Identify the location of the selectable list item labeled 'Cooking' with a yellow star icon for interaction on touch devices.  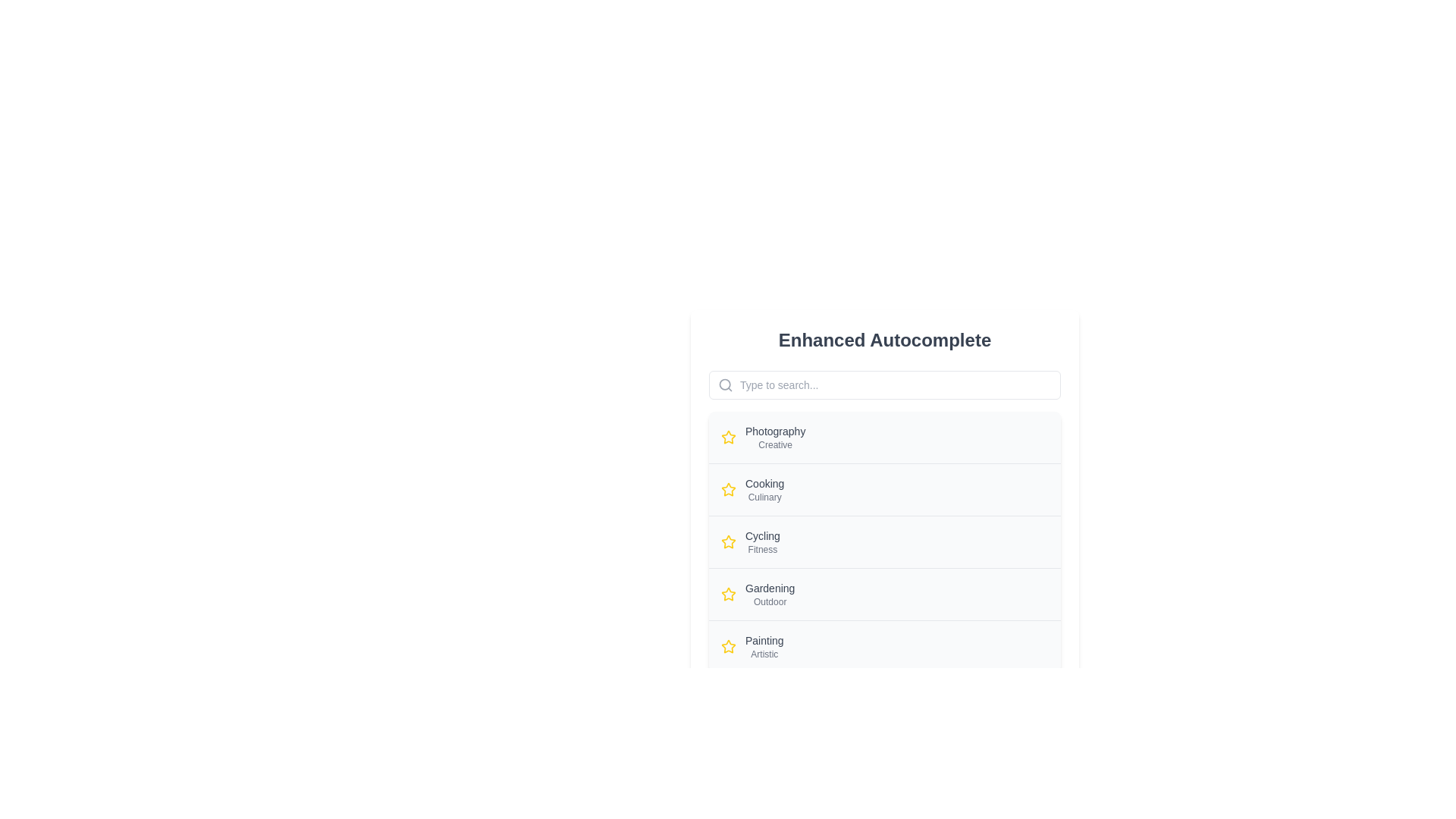
(884, 500).